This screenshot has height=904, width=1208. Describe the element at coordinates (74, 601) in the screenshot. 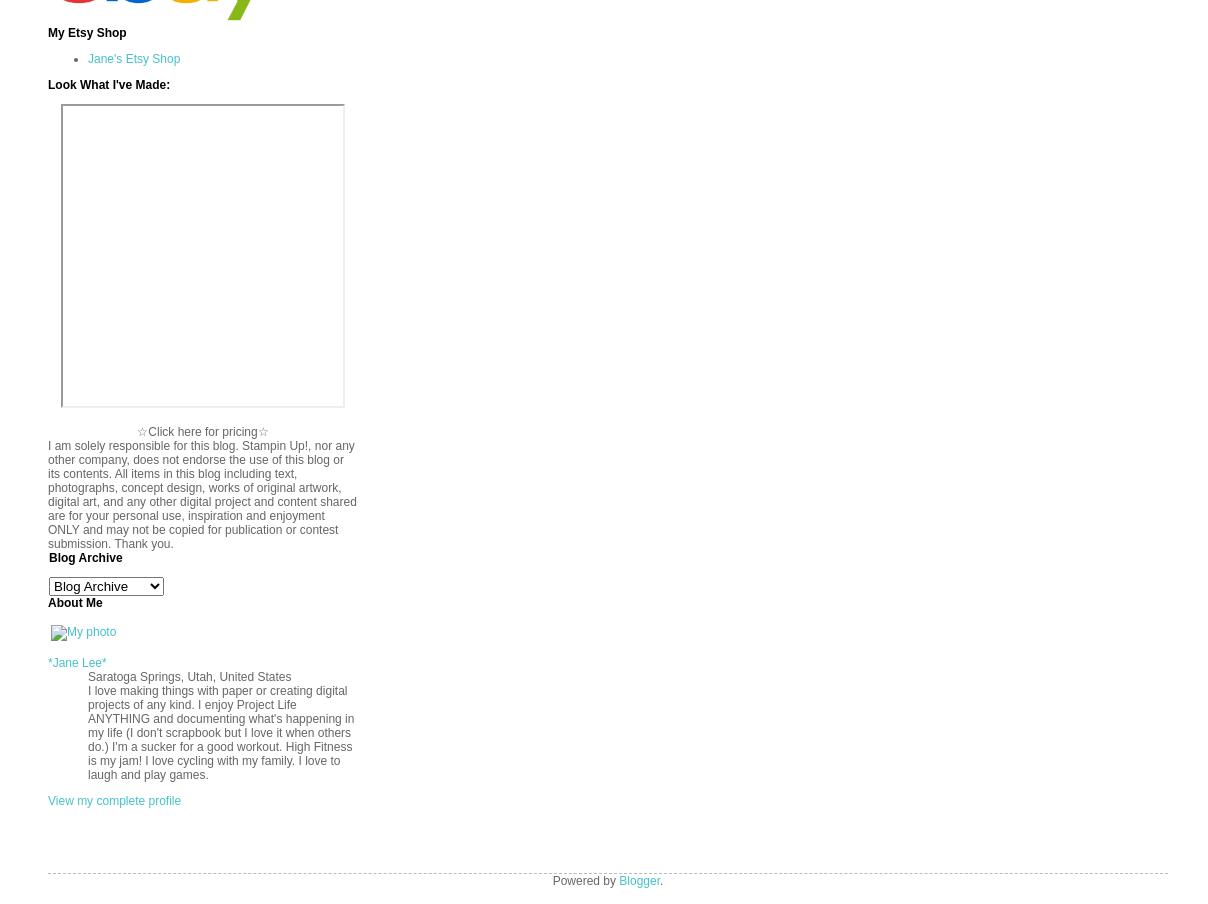

I see `'About Me'` at that location.